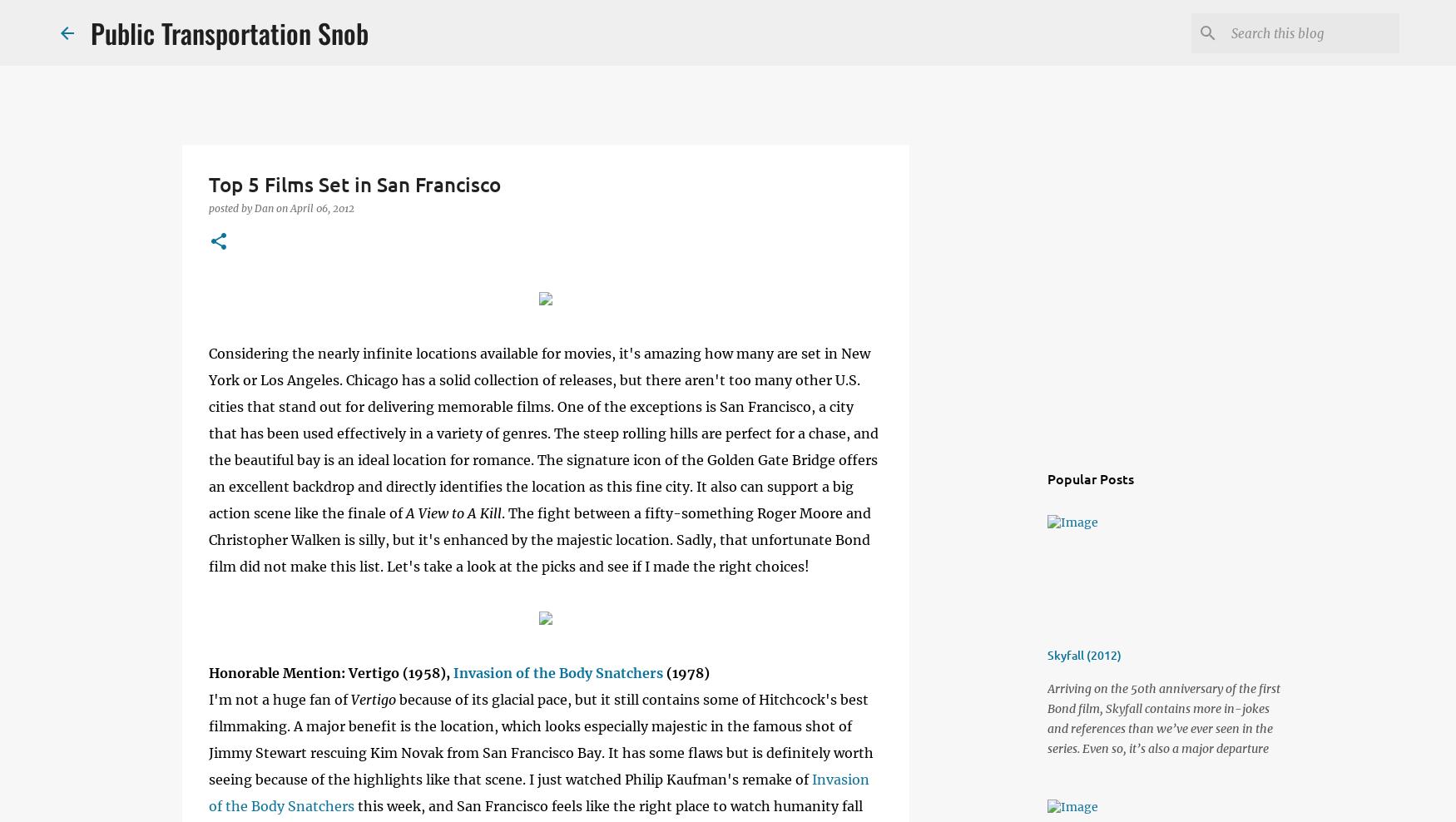 This screenshot has height=822, width=1456. Describe the element at coordinates (453, 513) in the screenshot. I see `'A View to A Kill'` at that location.